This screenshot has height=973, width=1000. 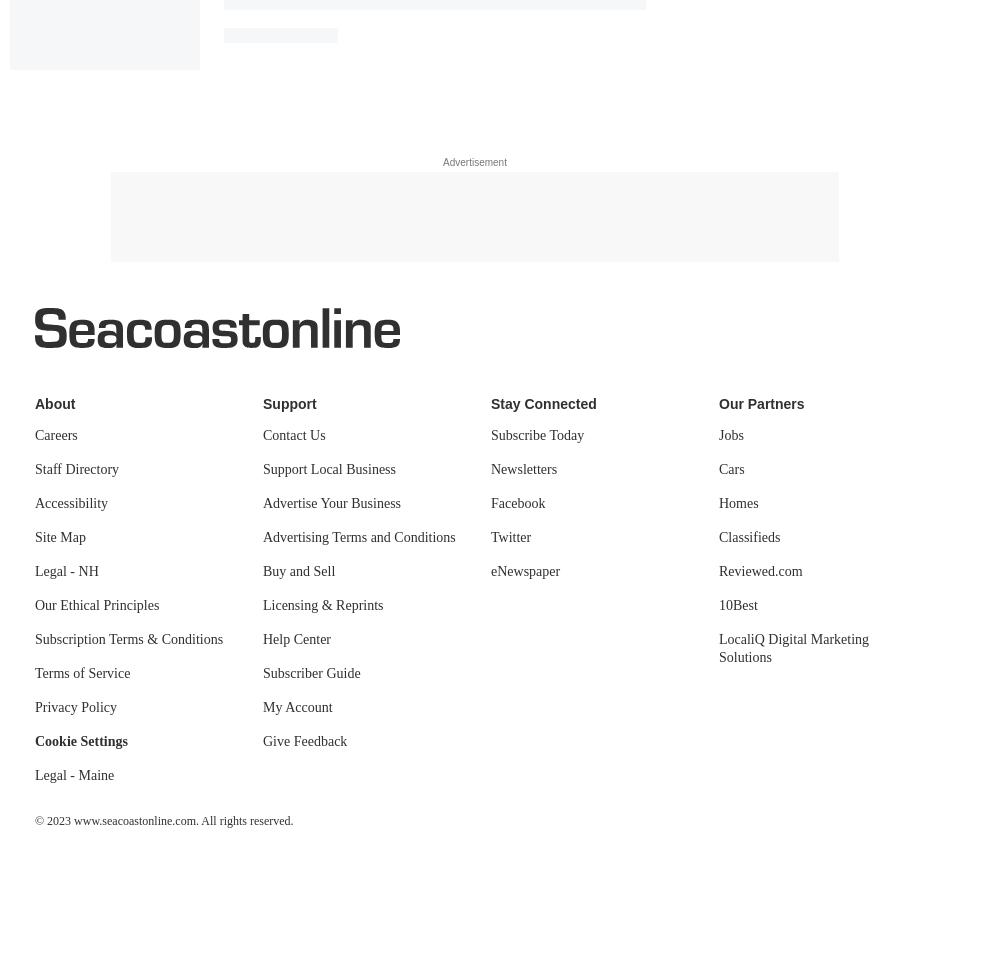 What do you see at coordinates (297, 638) in the screenshot?
I see `'Help Center'` at bounding box center [297, 638].